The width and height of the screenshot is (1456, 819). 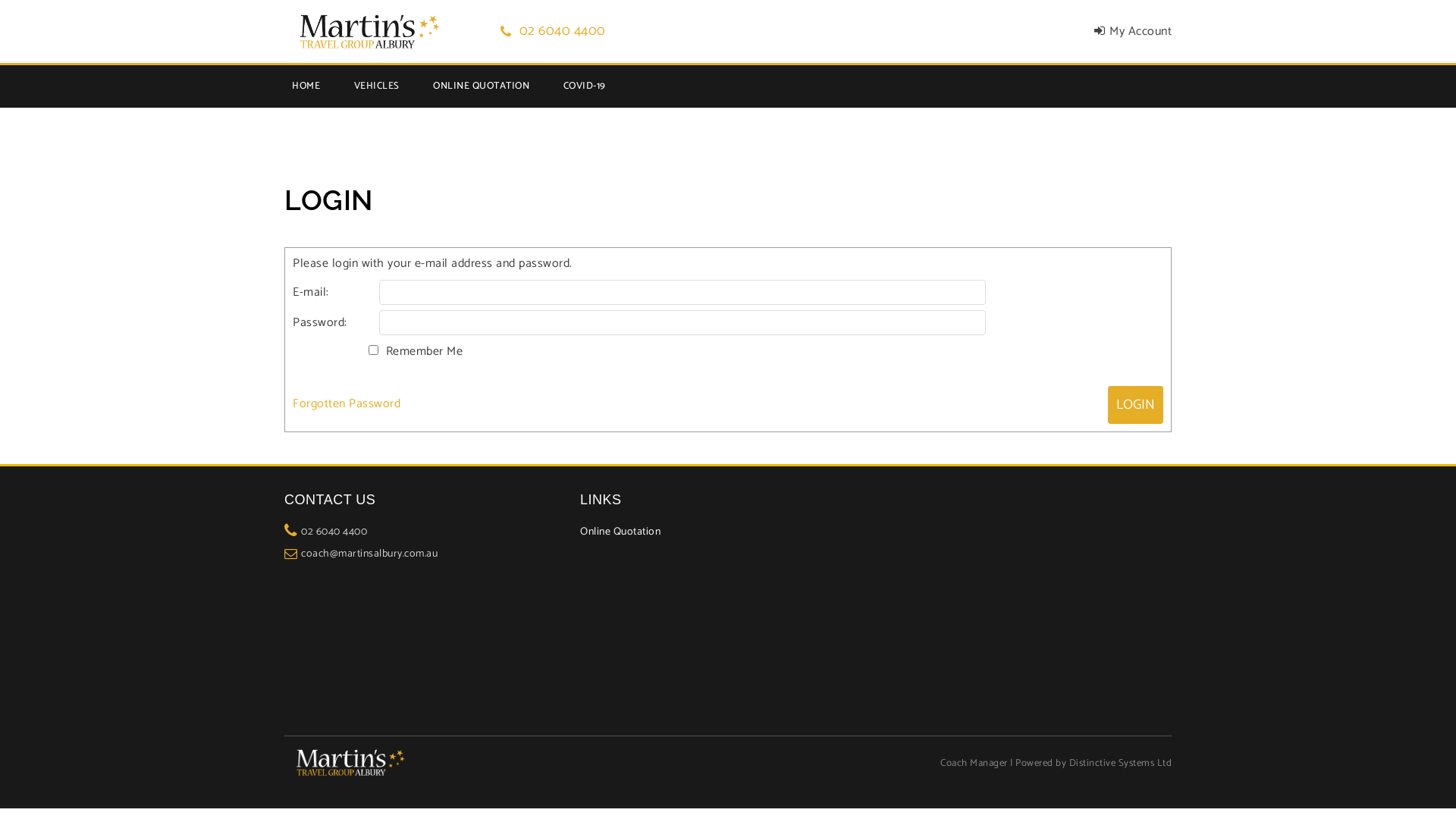 What do you see at coordinates (1121, 31) in the screenshot?
I see `'My Account'` at bounding box center [1121, 31].